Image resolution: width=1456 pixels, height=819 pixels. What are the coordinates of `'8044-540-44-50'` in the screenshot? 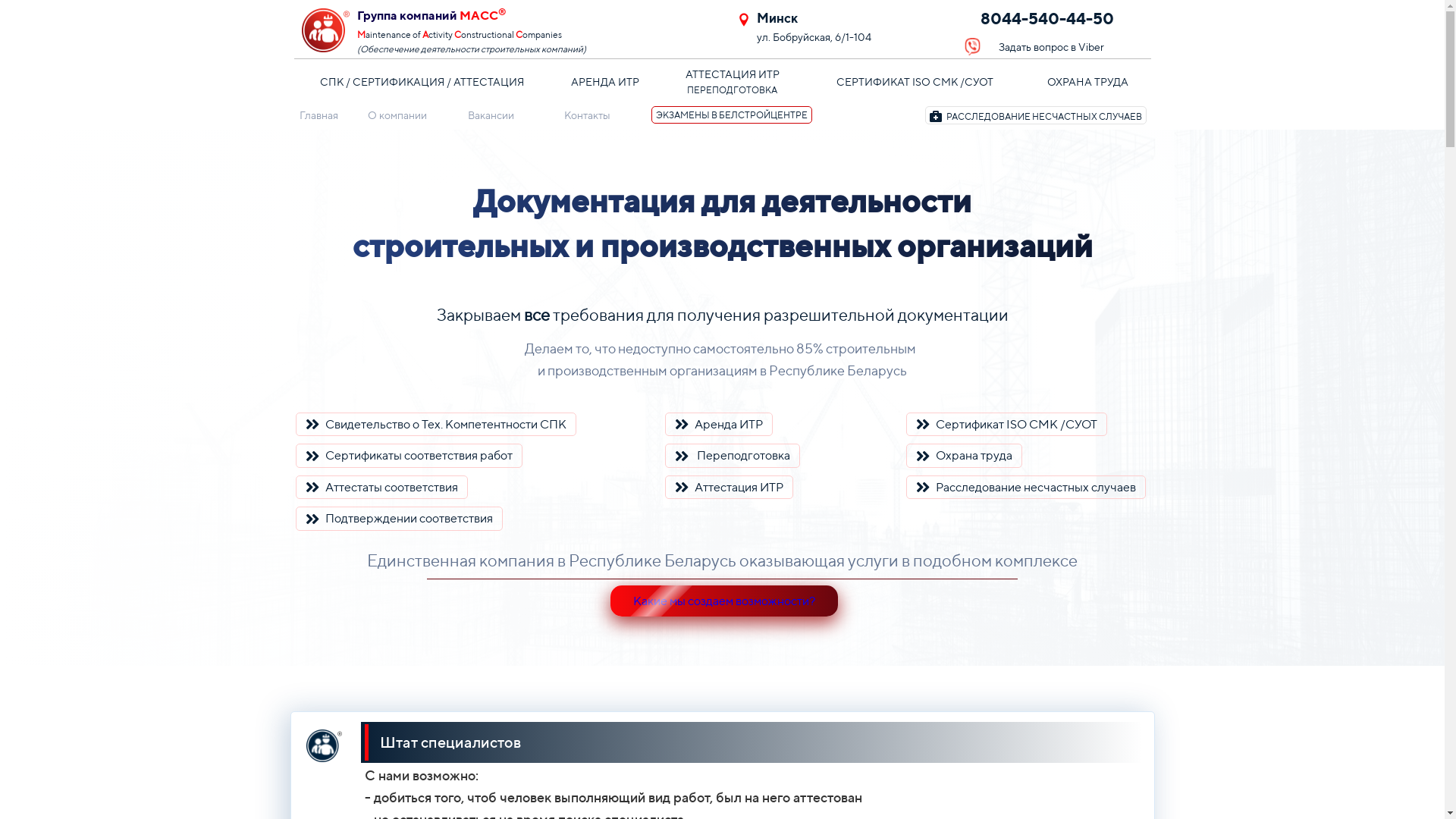 It's located at (1055, 20).